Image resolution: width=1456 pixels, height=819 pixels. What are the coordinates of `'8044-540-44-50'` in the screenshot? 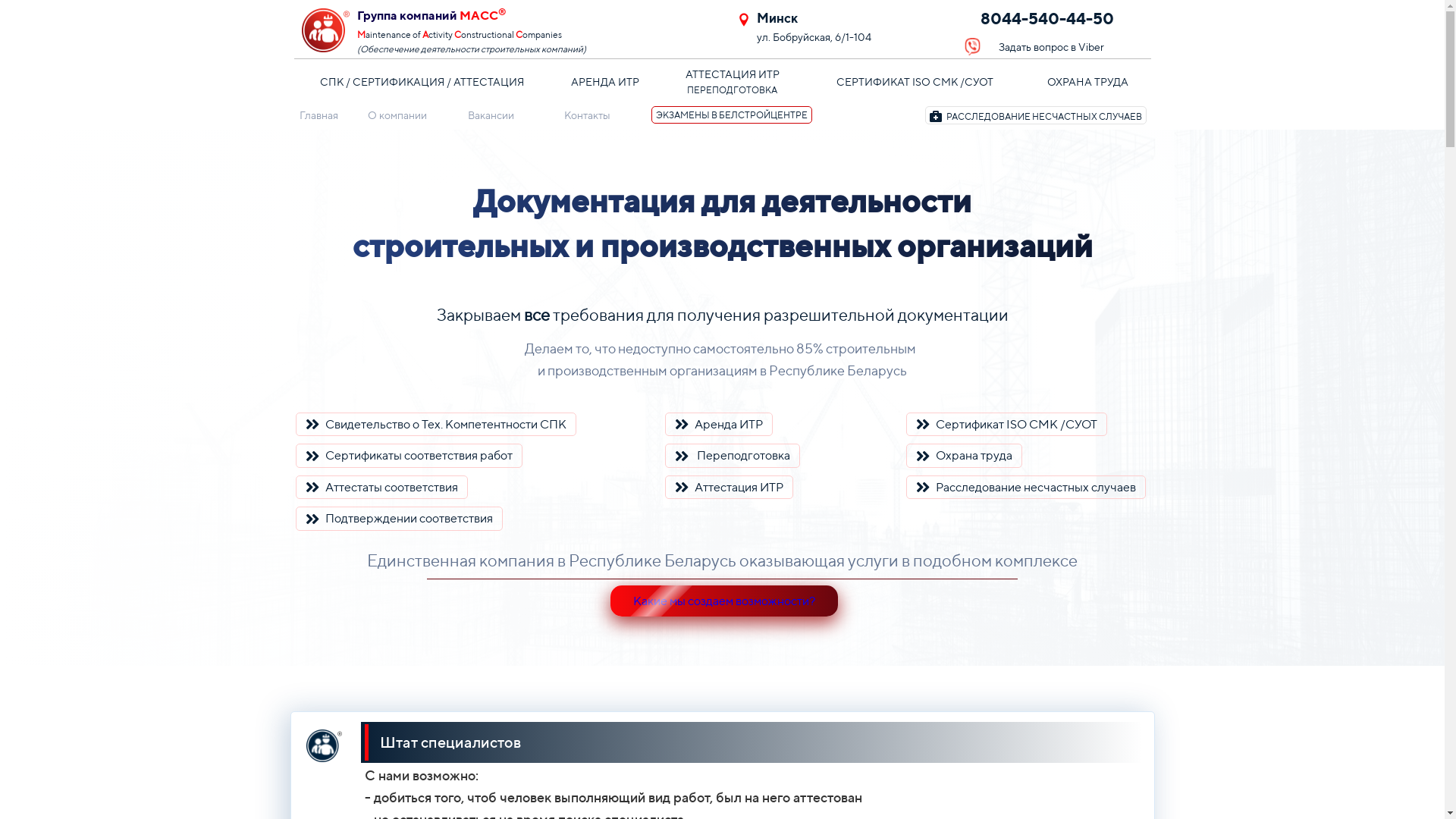 It's located at (1055, 20).